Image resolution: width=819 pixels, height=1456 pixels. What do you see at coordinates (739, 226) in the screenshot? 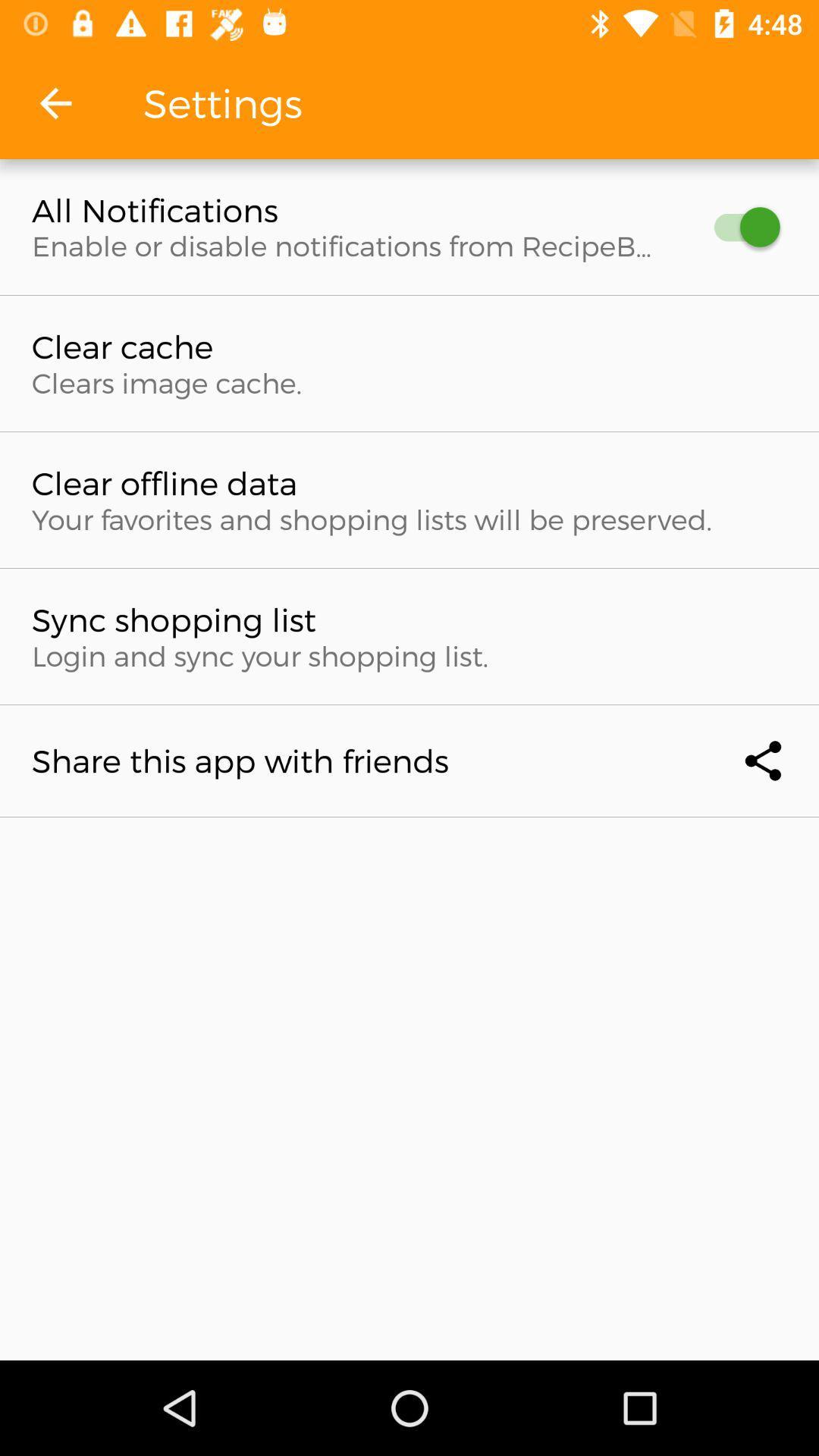
I see `notification activation` at bounding box center [739, 226].